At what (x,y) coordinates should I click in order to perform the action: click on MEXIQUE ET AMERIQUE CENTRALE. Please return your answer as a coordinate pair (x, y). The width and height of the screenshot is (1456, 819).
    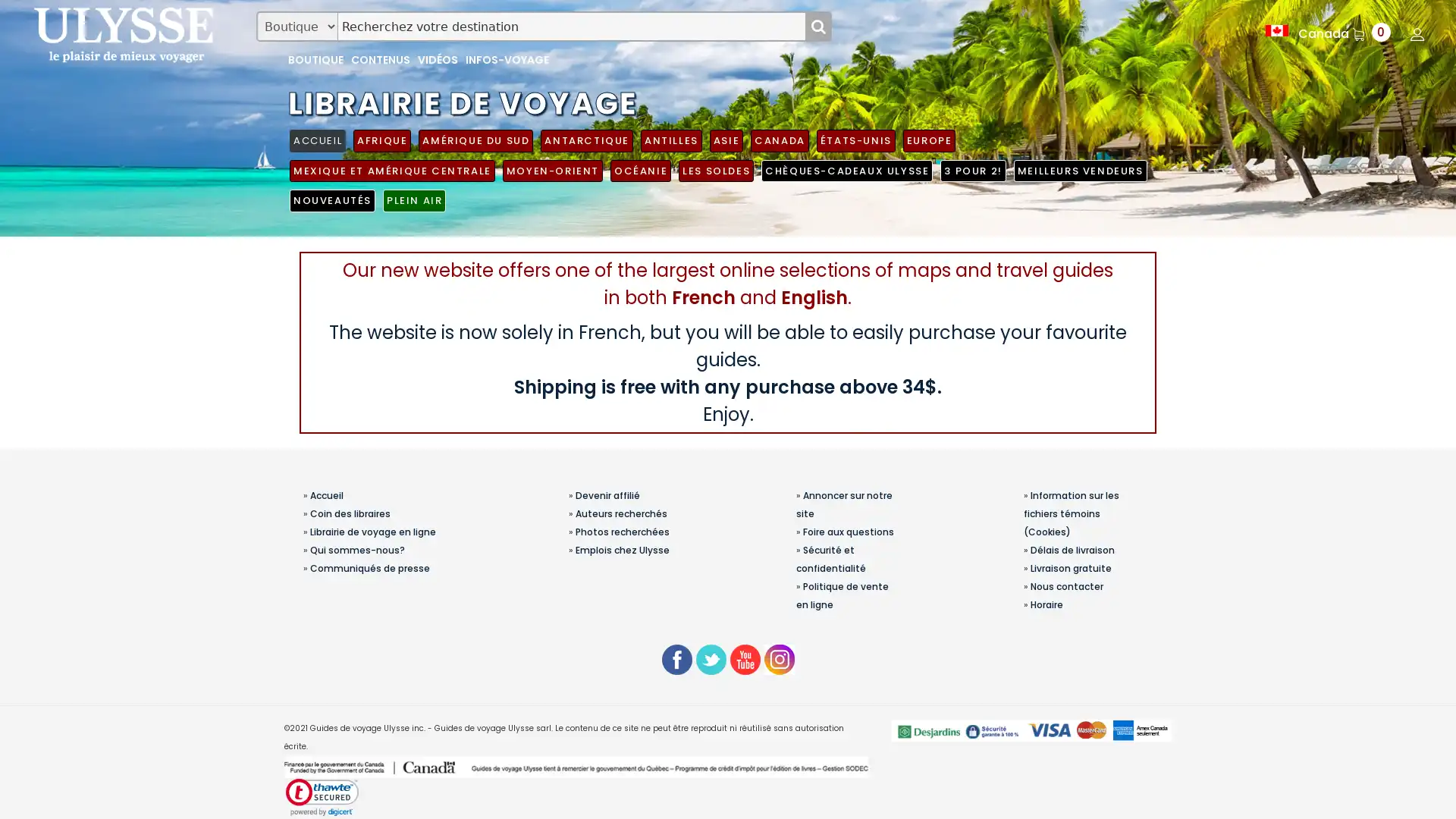
    Looking at the image, I should click on (392, 170).